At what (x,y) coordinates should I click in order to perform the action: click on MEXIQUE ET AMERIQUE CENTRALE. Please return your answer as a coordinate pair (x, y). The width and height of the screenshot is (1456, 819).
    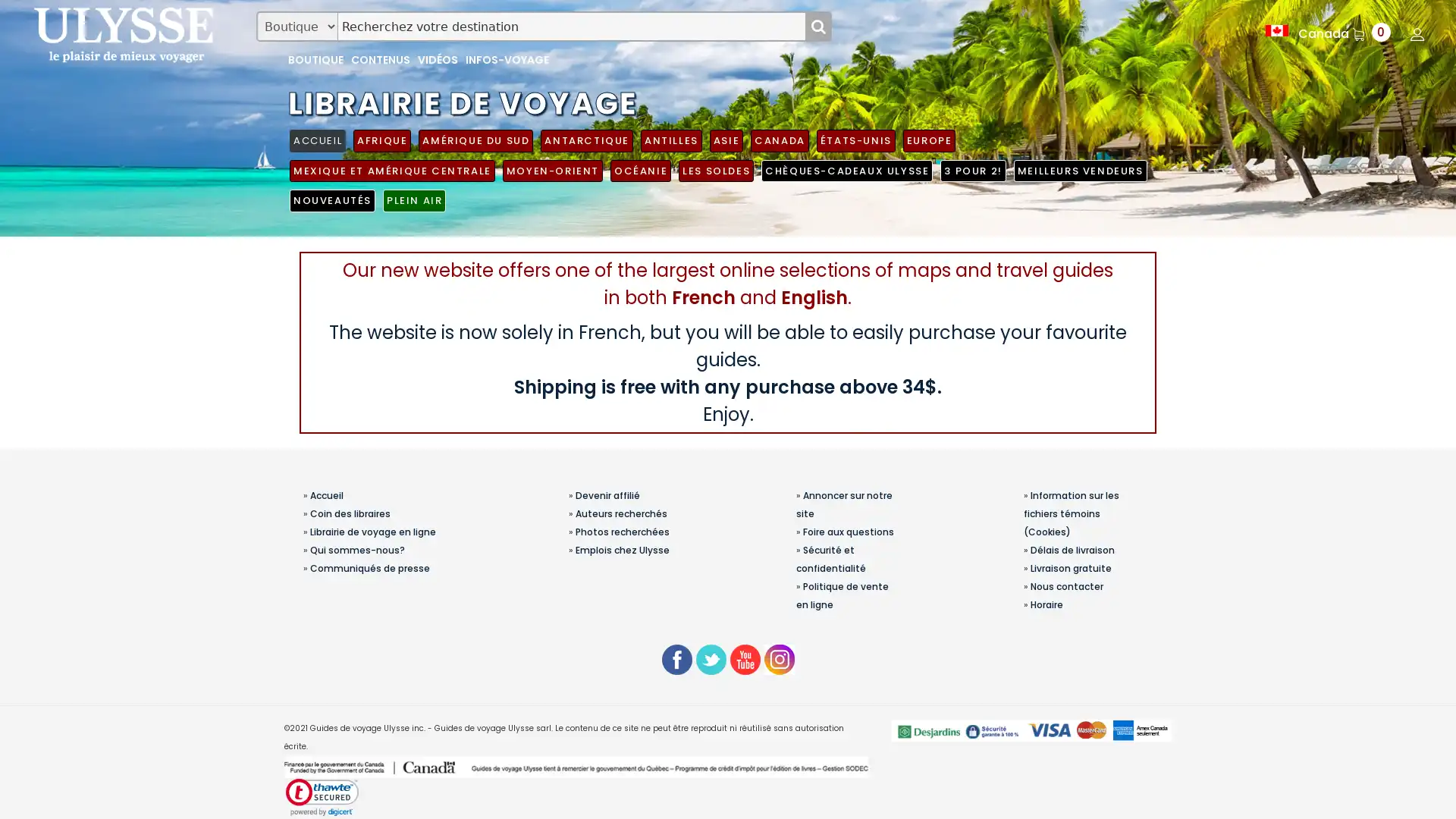
    Looking at the image, I should click on (392, 170).